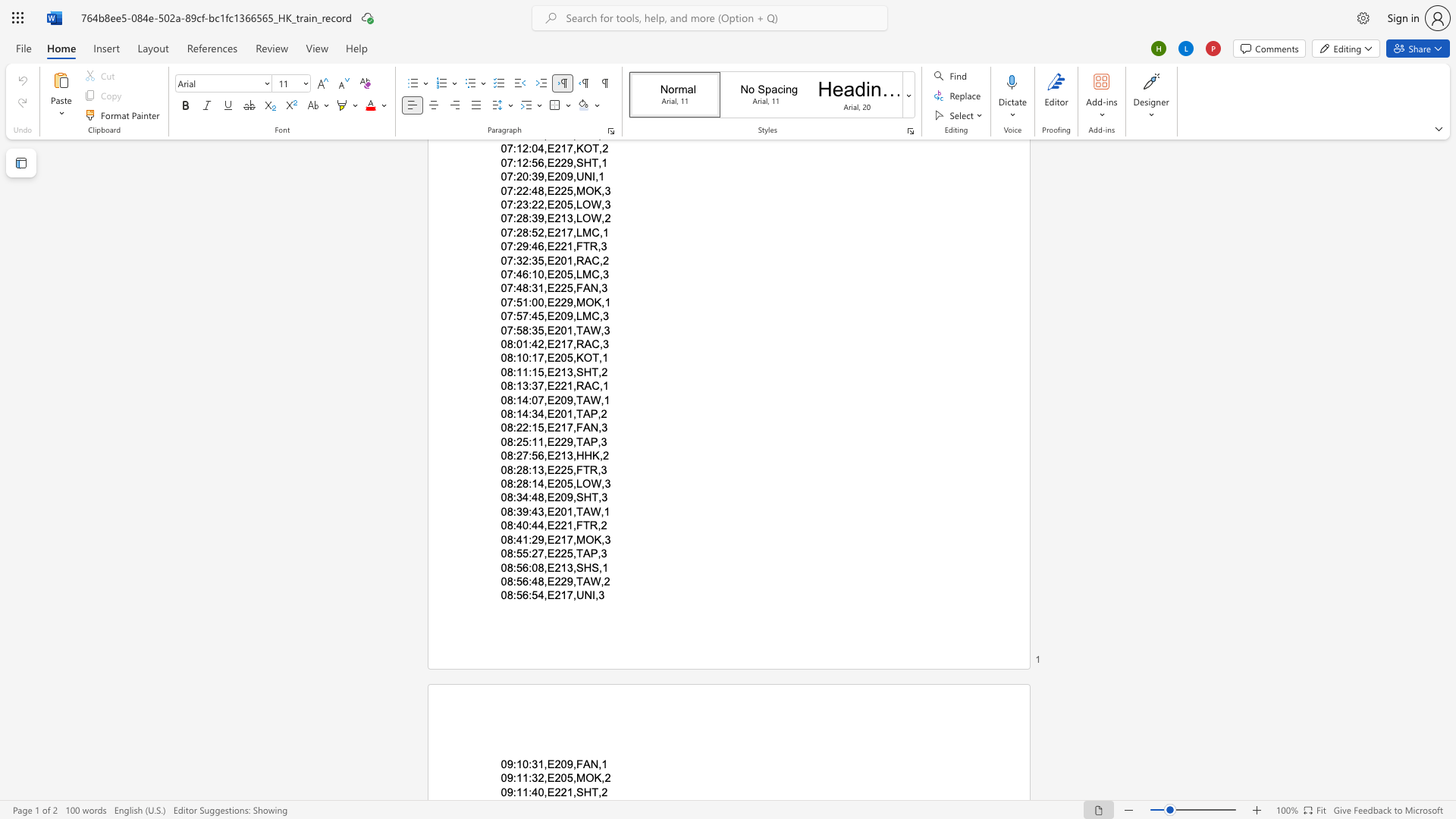  Describe the element at coordinates (560, 497) in the screenshot. I see `the subset text "09," within the text "08:34:48,E209,SHT,3"` at that location.